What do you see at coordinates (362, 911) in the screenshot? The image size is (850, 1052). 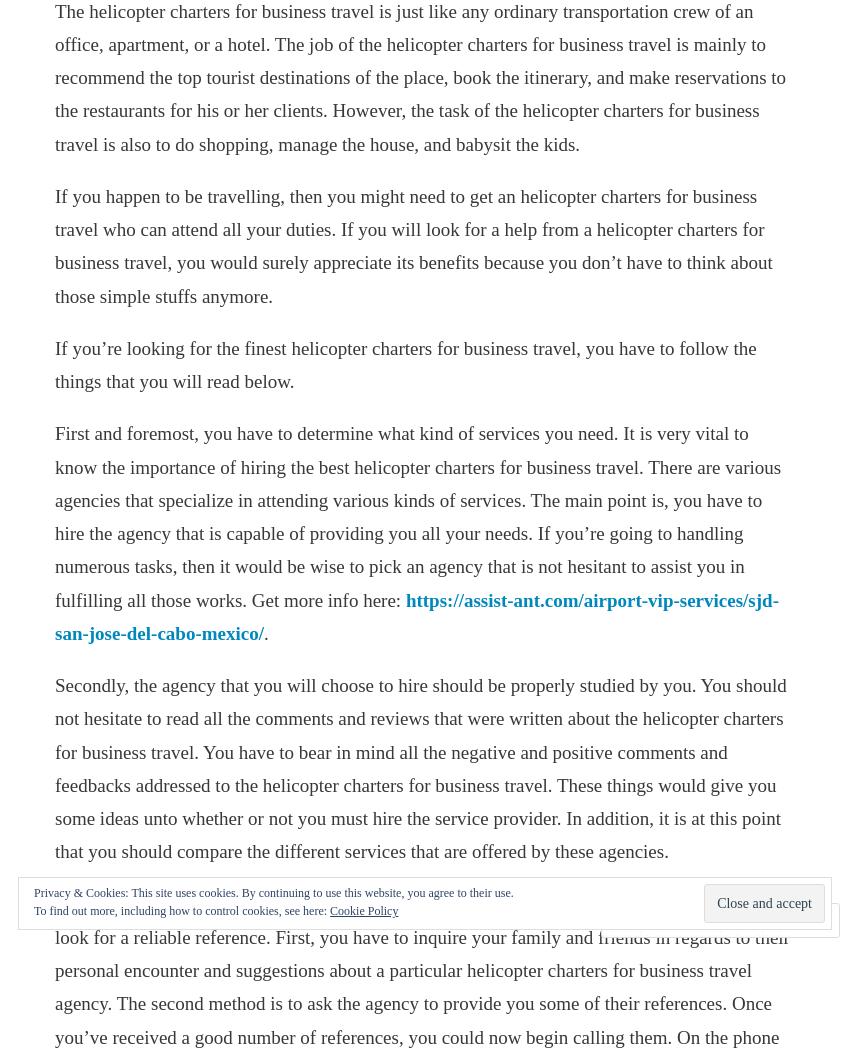 I see `'Cookie Policy'` at bounding box center [362, 911].